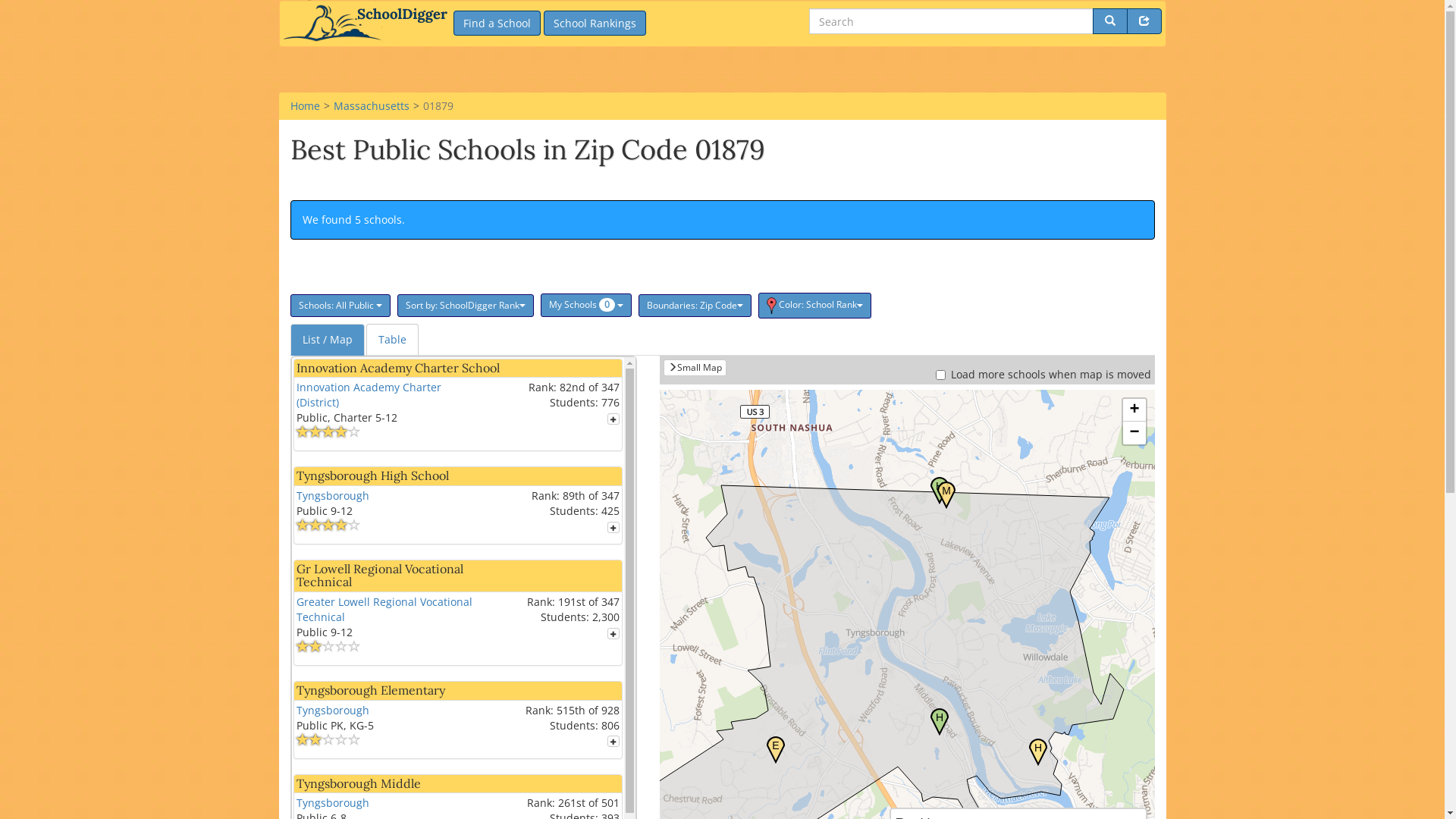  Describe the element at coordinates (303, 105) in the screenshot. I see `'Home'` at that location.